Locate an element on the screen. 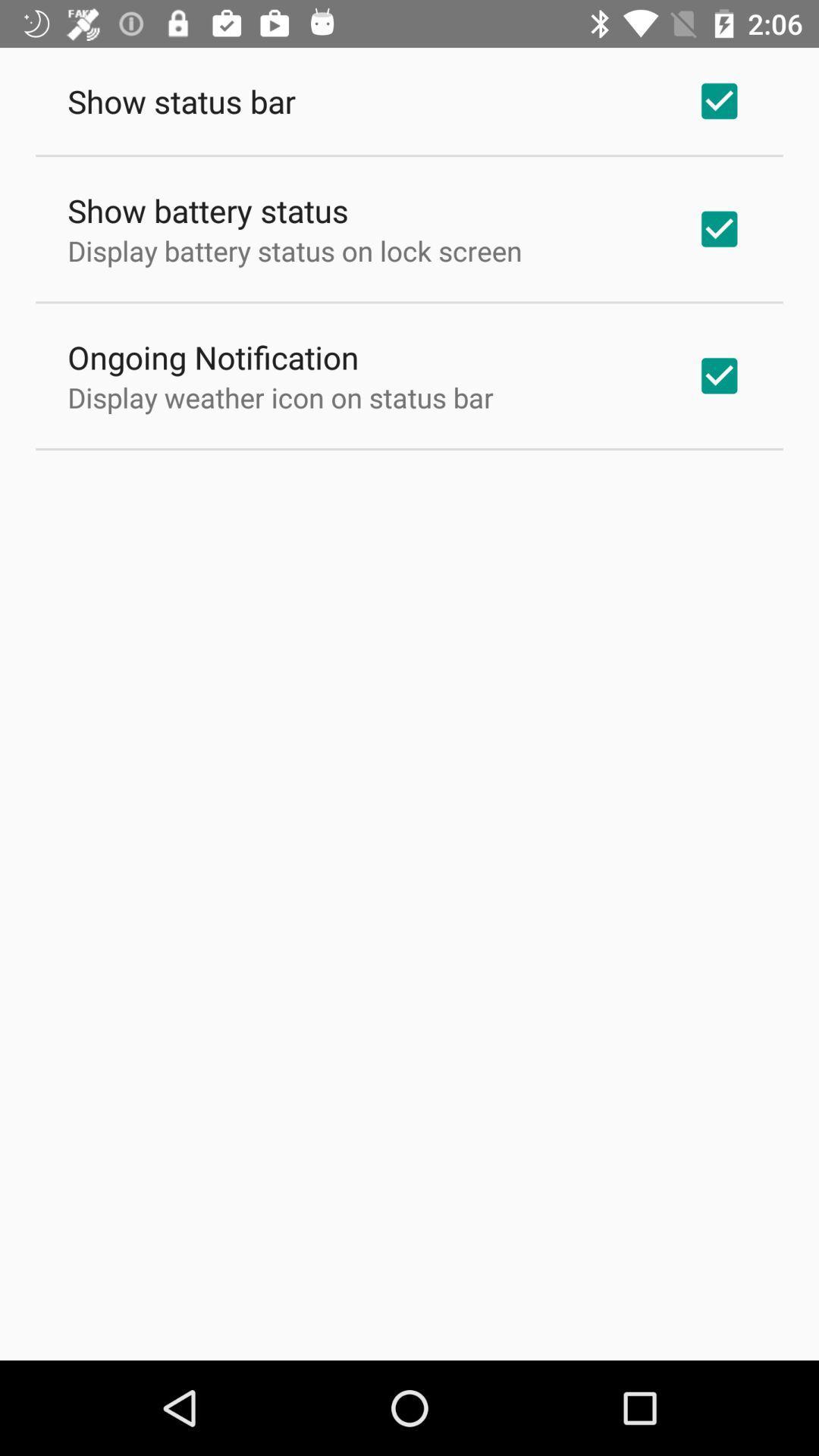 The width and height of the screenshot is (819, 1456). the icon below the display battery status app is located at coordinates (213, 356).